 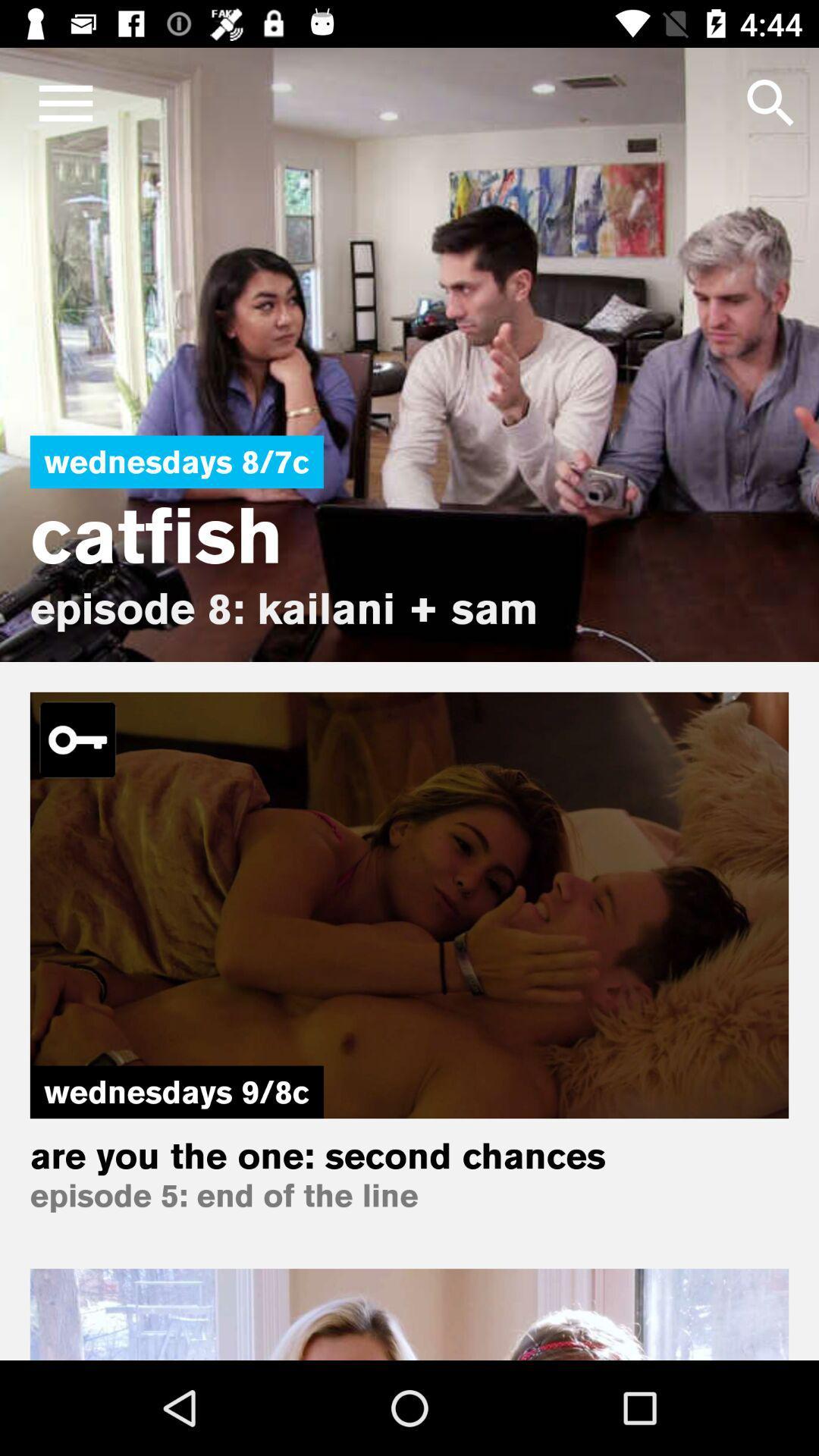 I want to click on the second image, so click(x=409, y=905).